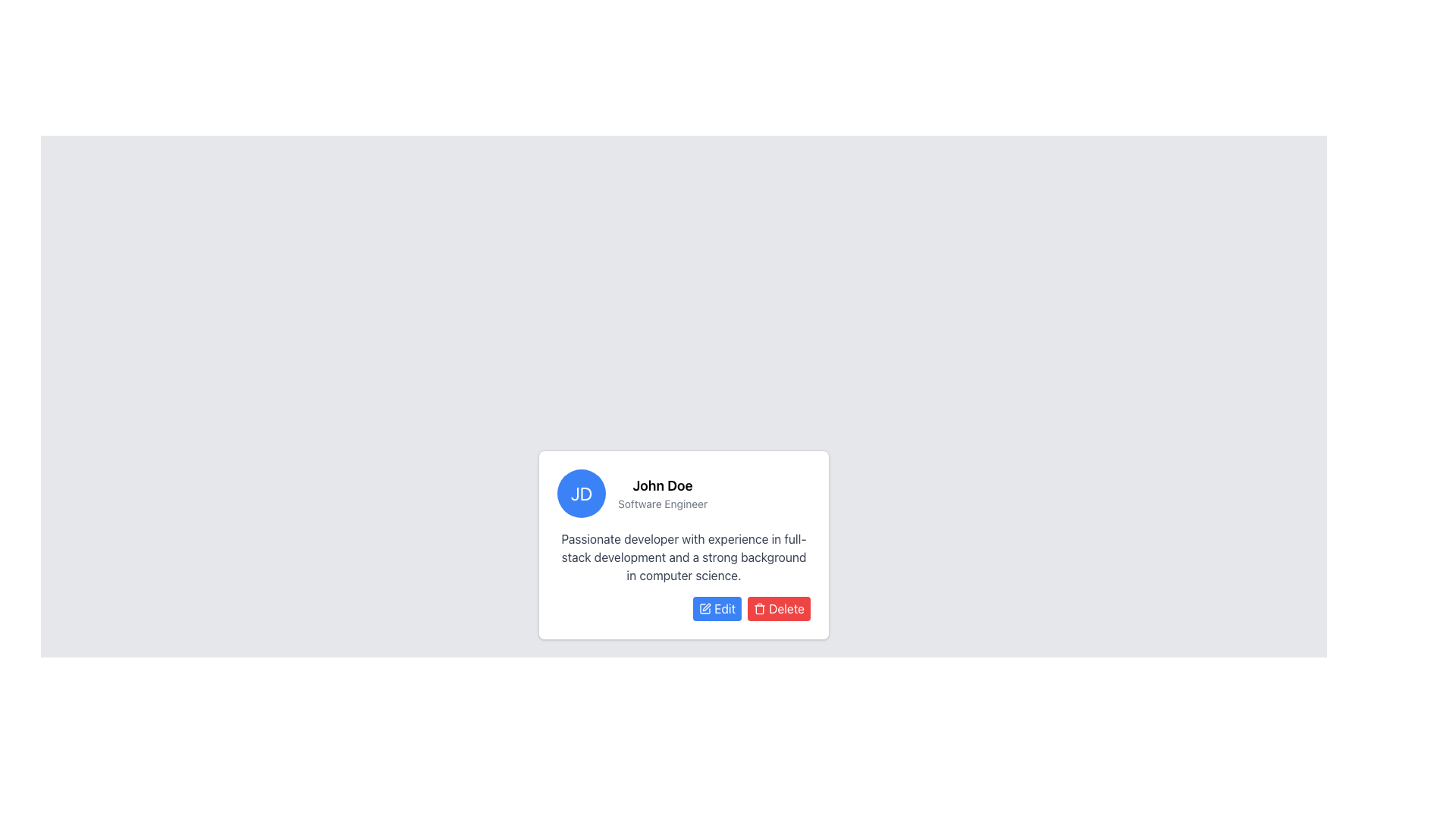 The image size is (1456, 819). I want to click on the circular avatar with a blue background and white text containing the initials 'JD', located in the top-left corner of the information section, so click(581, 494).